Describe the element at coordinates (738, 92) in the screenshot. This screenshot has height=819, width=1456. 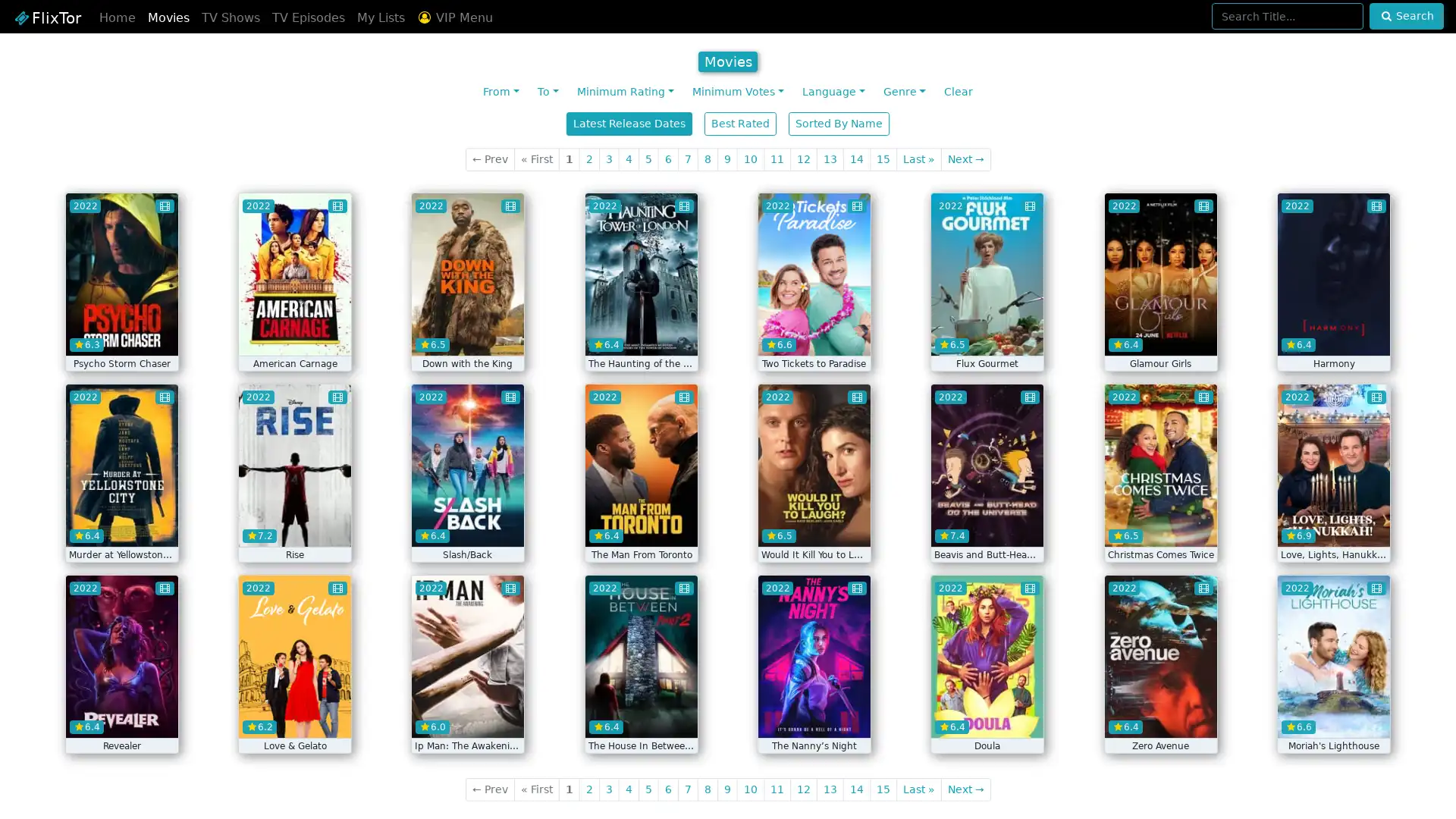
I see `Minimum Votes` at that location.